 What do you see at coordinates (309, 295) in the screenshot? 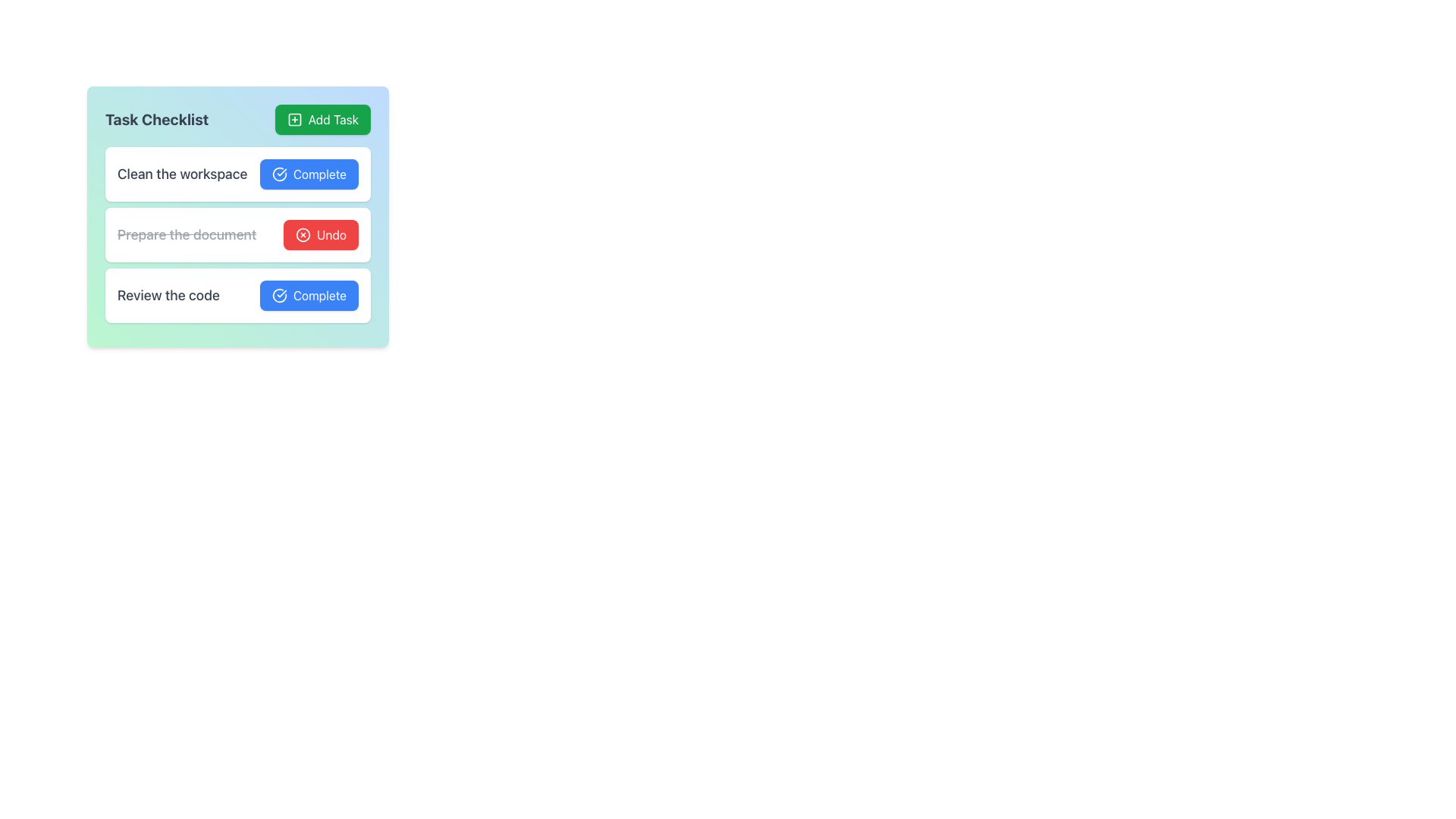
I see `the blue rectangular 'Complete' button with a checkmark icon located on the right side of the third task item under the 'Task Checklist' heading` at bounding box center [309, 295].